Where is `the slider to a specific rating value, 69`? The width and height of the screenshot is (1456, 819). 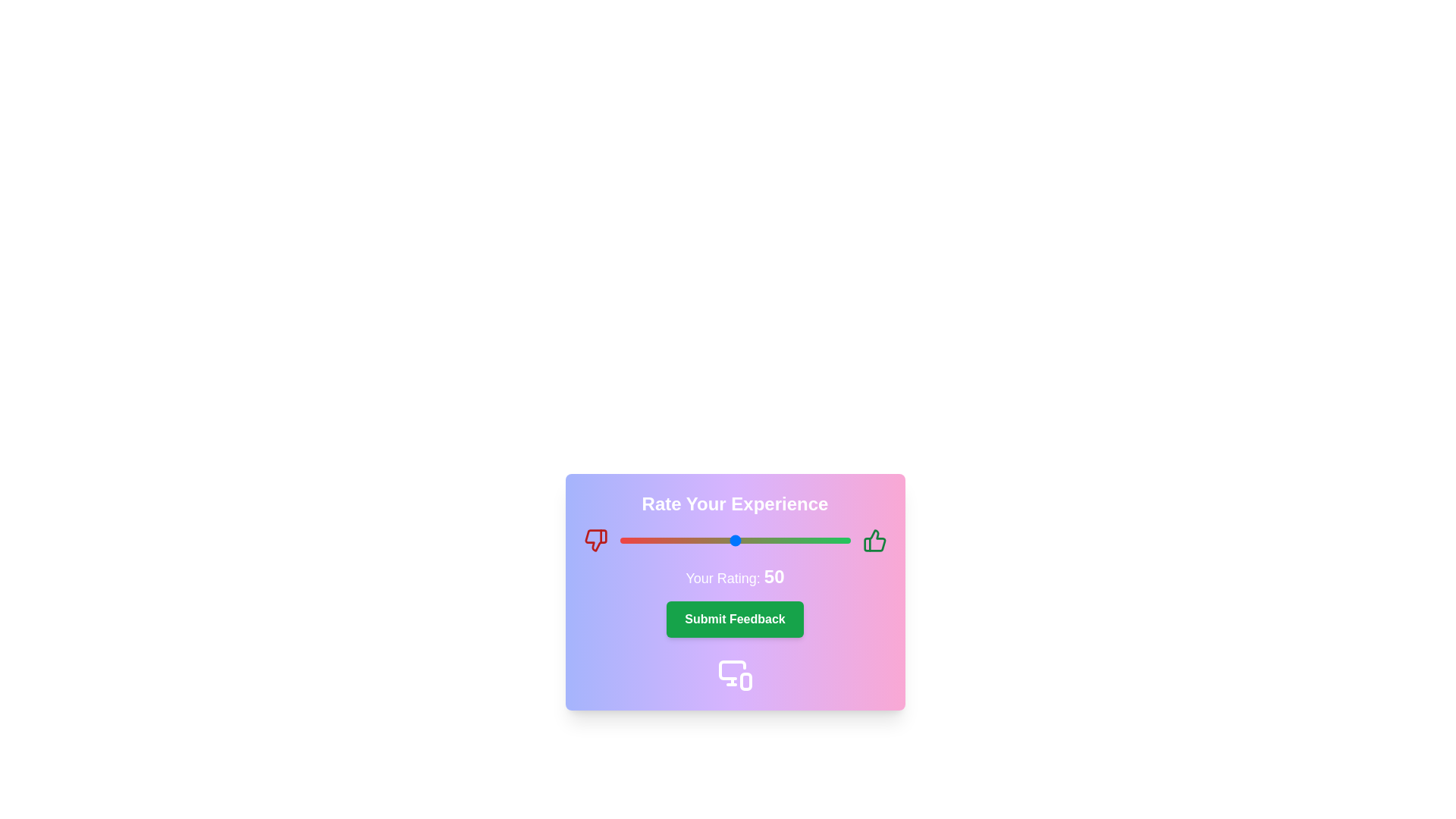 the slider to a specific rating value, 69 is located at coordinates (779, 540).